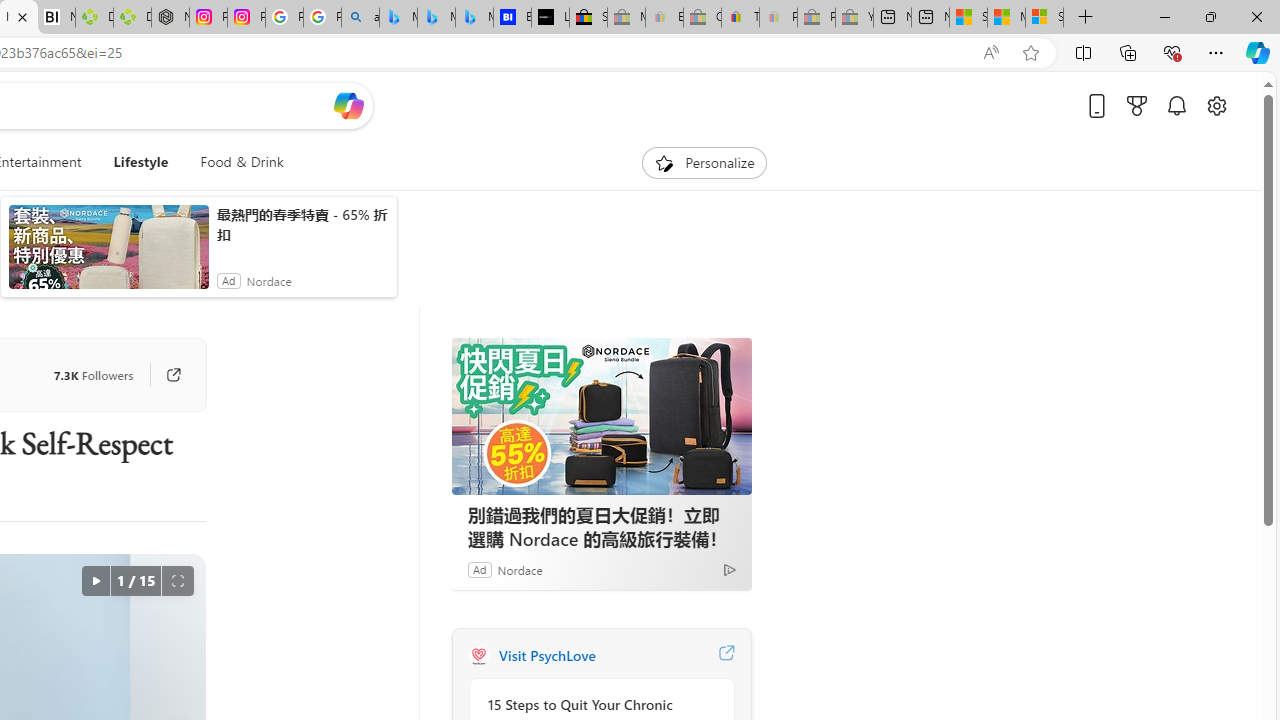 This screenshot has width=1280, height=720. Describe the element at coordinates (968, 17) in the screenshot. I see `'Shanghai, China hourly forecast | Microsoft Weather'` at that location.